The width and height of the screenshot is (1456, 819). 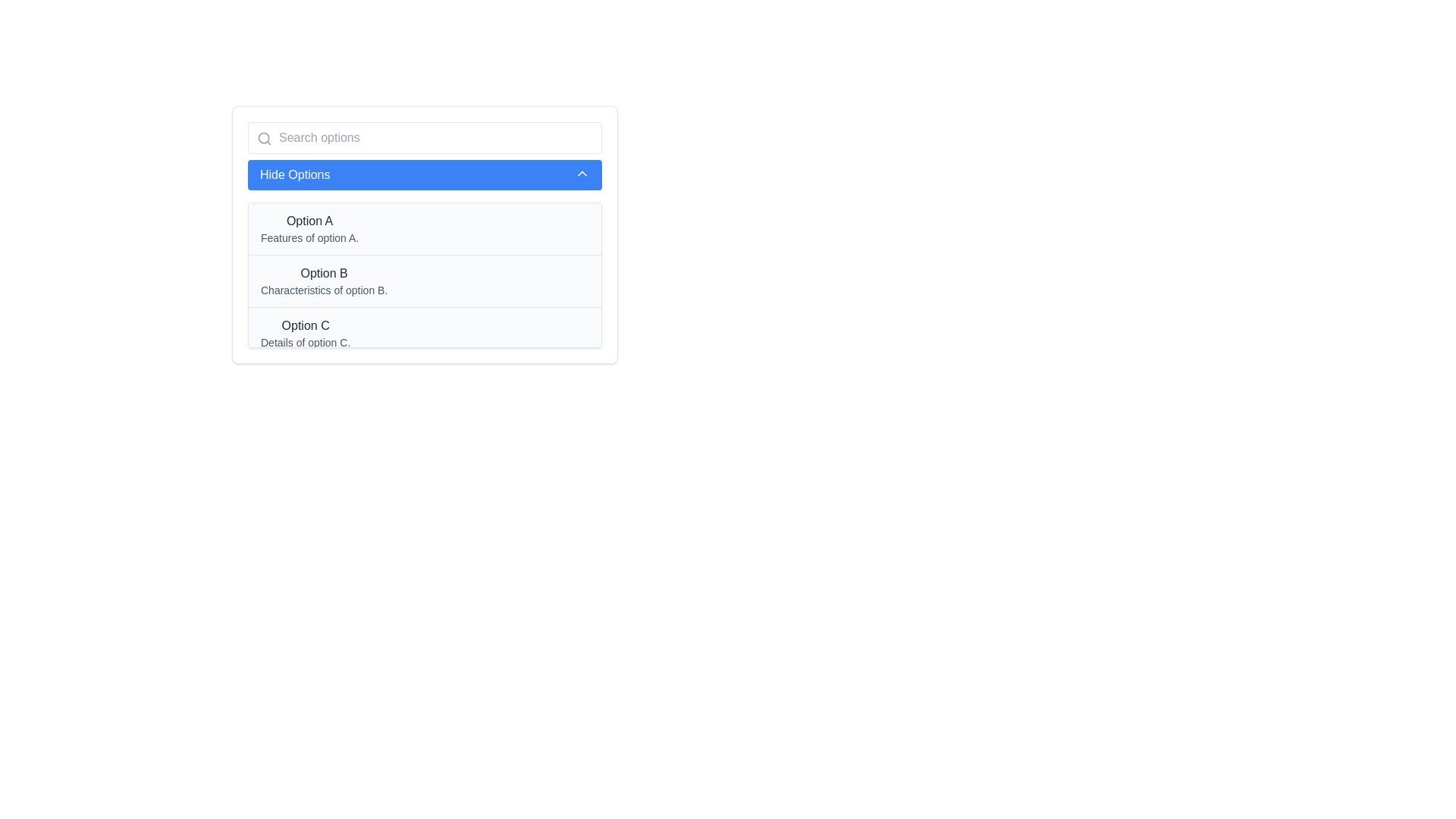 I want to click on the first list item labeled 'Option A' with the description 'Features of option A', so click(x=425, y=228).